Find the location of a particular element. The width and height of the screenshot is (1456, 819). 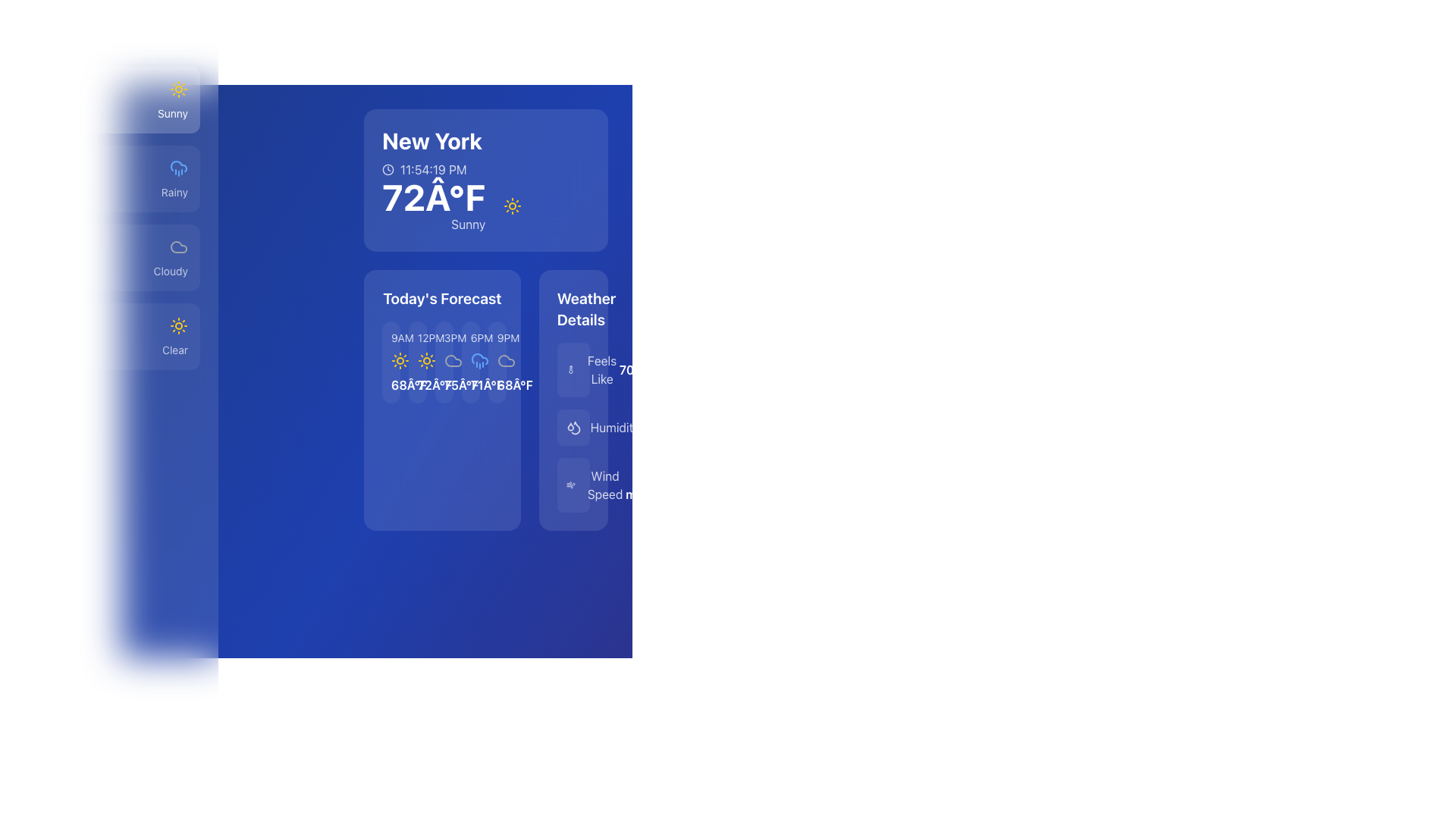

the Informative weather forecast card displaying '6PM' at the top and '71°F' at the bottom, located in the 'Today’s Forecast' section is located at coordinates (469, 362).